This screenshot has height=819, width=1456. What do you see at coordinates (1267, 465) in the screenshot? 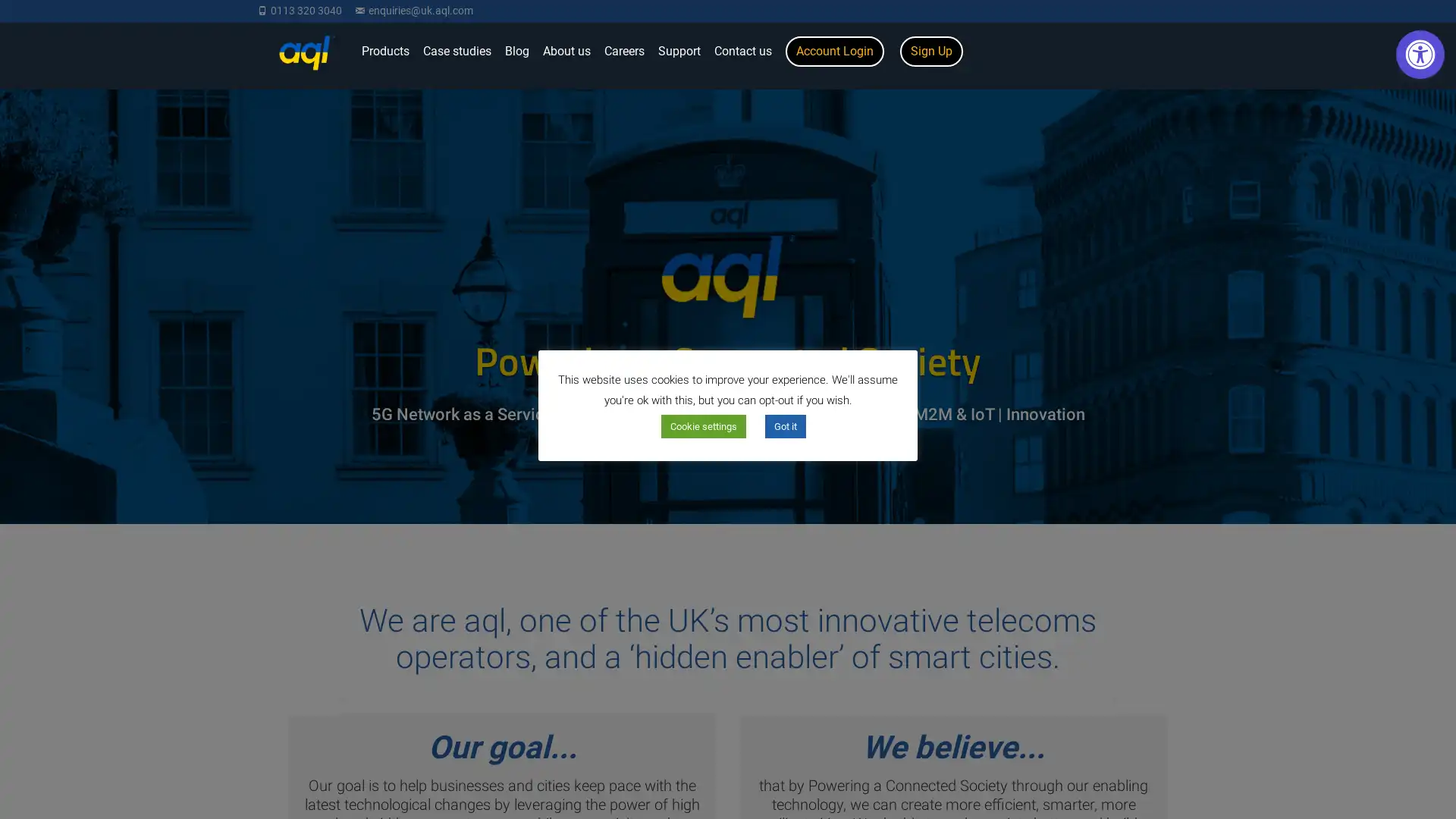
I see `Reset Settings` at bounding box center [1267, 465].